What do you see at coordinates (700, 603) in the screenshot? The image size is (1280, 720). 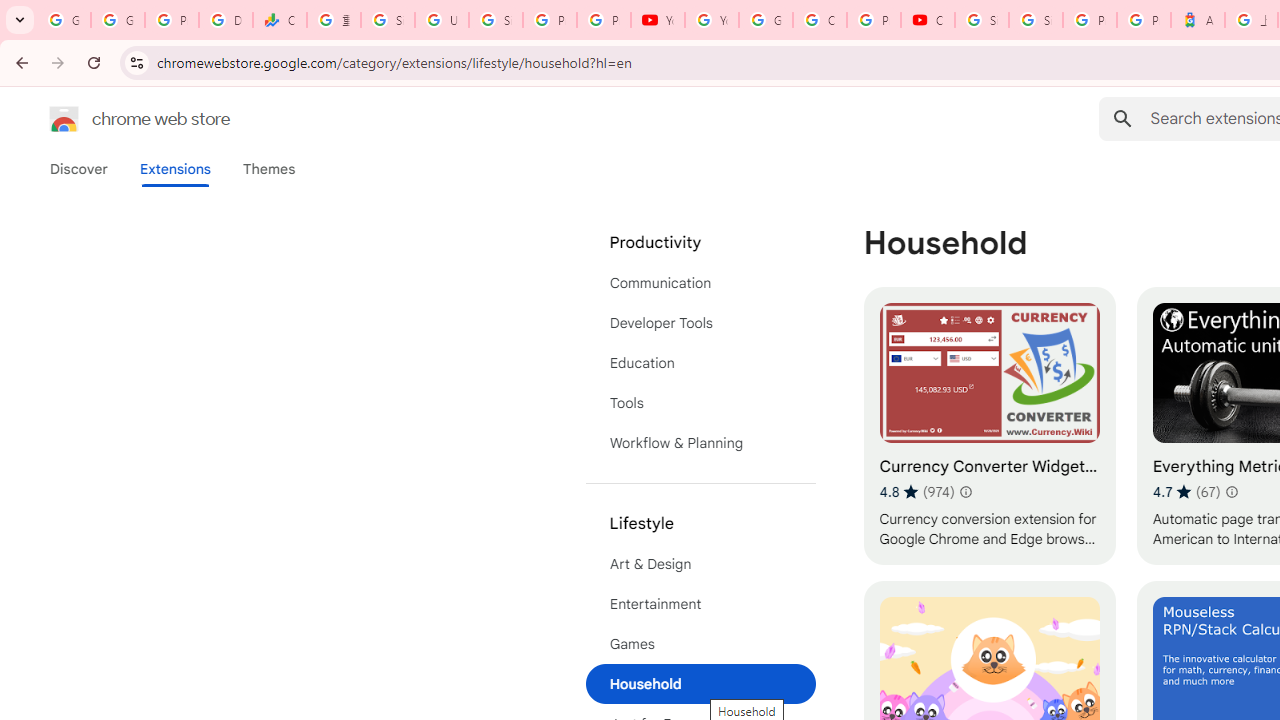 I see `'Entertainment'` at bounding box center [700, 603].